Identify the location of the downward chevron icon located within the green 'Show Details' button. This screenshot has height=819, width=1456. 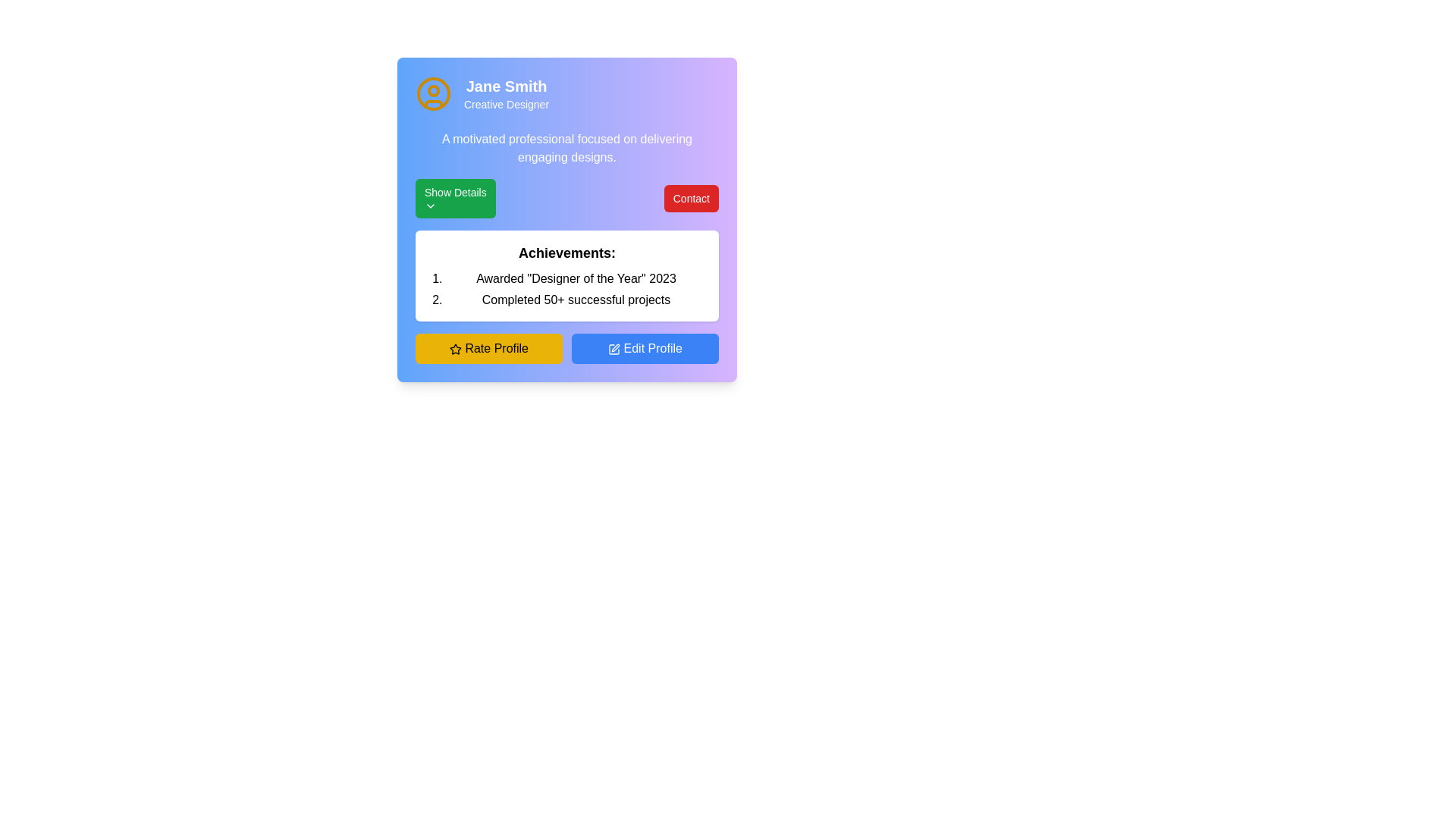
(429, 206).